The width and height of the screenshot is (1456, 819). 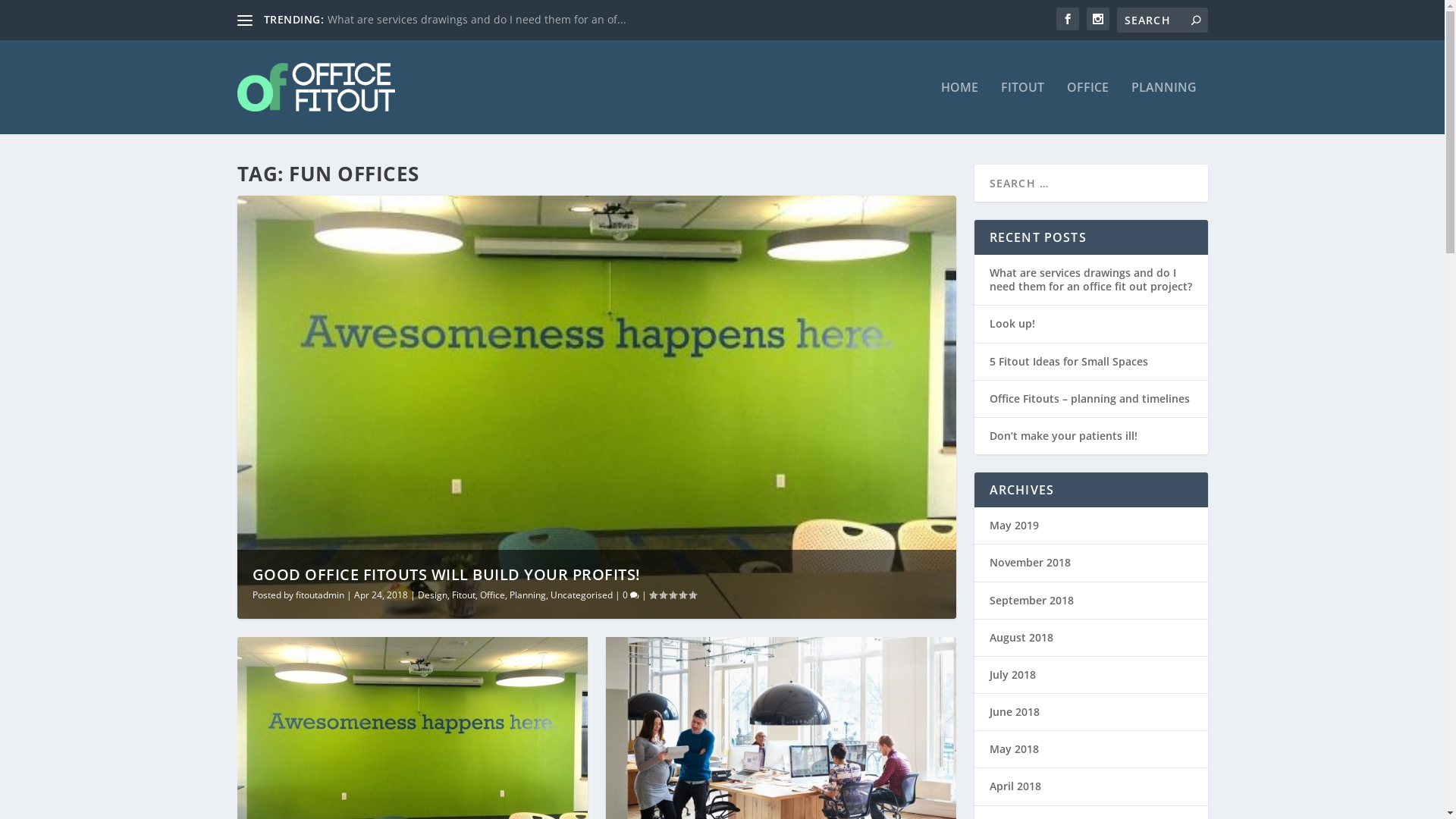 What do you see at coordinates (1001, 107) in the screenshot?
I see `'FITOUT'` at bounding box center [1001, 107].